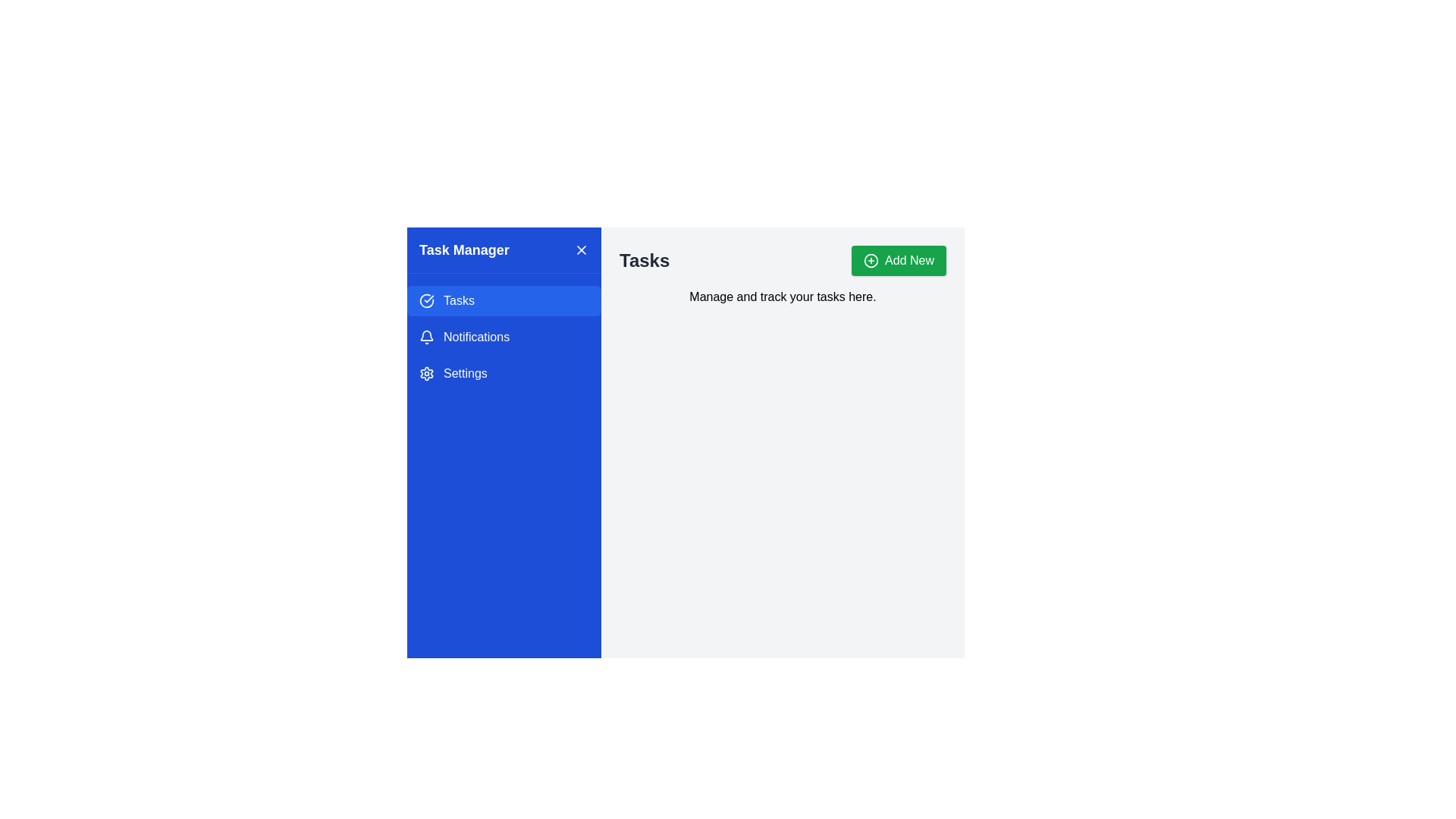 This screenshot has height=819, width=1456. Describe the element at coordinates (425, 301) in the screenshot. I see `the 'Tasks' icon in the left-hand menu toolbar` at that location.